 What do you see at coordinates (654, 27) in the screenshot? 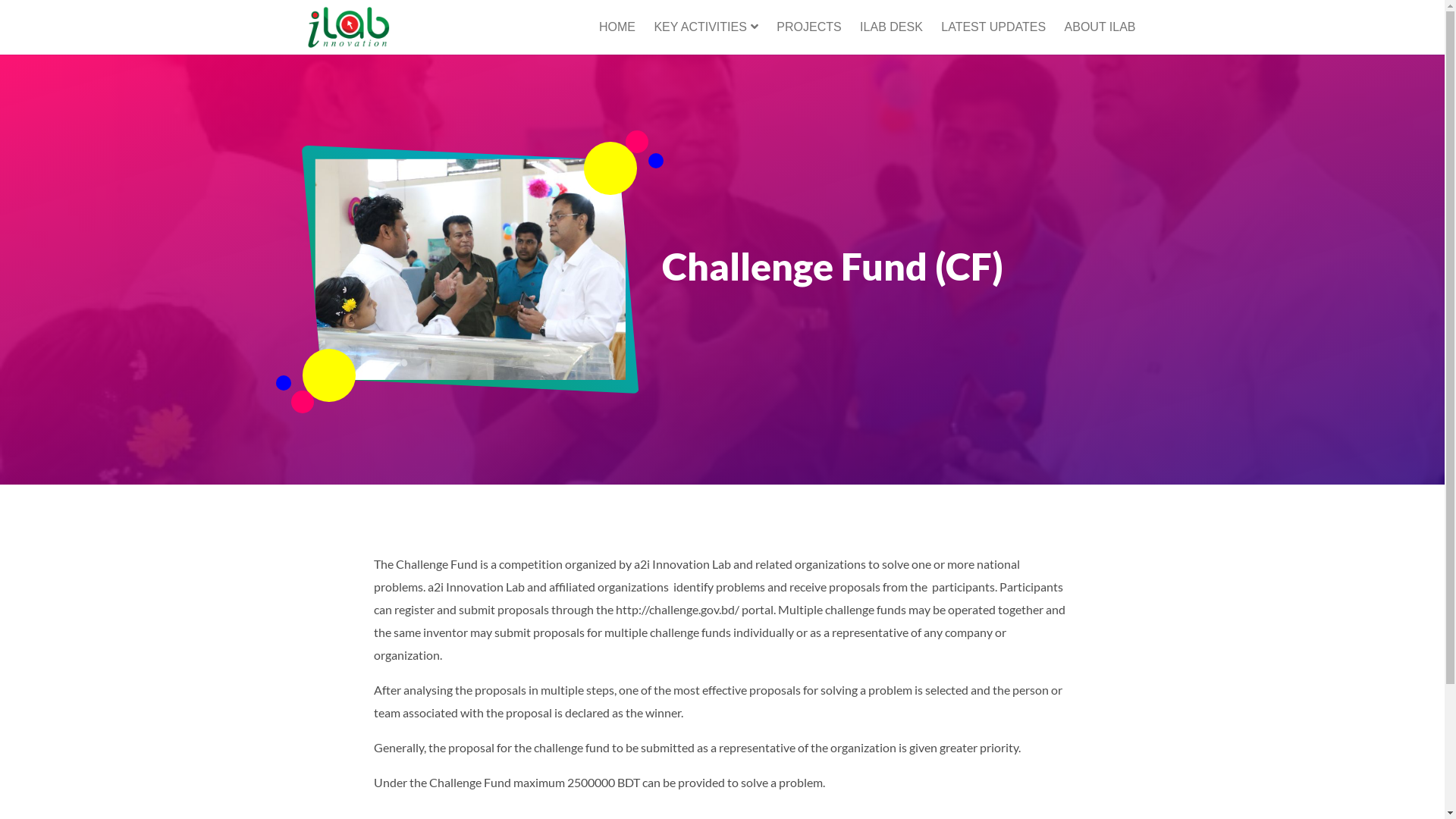
I see `'KEY ACTIVITIES'` at bounding box center [654, 27].